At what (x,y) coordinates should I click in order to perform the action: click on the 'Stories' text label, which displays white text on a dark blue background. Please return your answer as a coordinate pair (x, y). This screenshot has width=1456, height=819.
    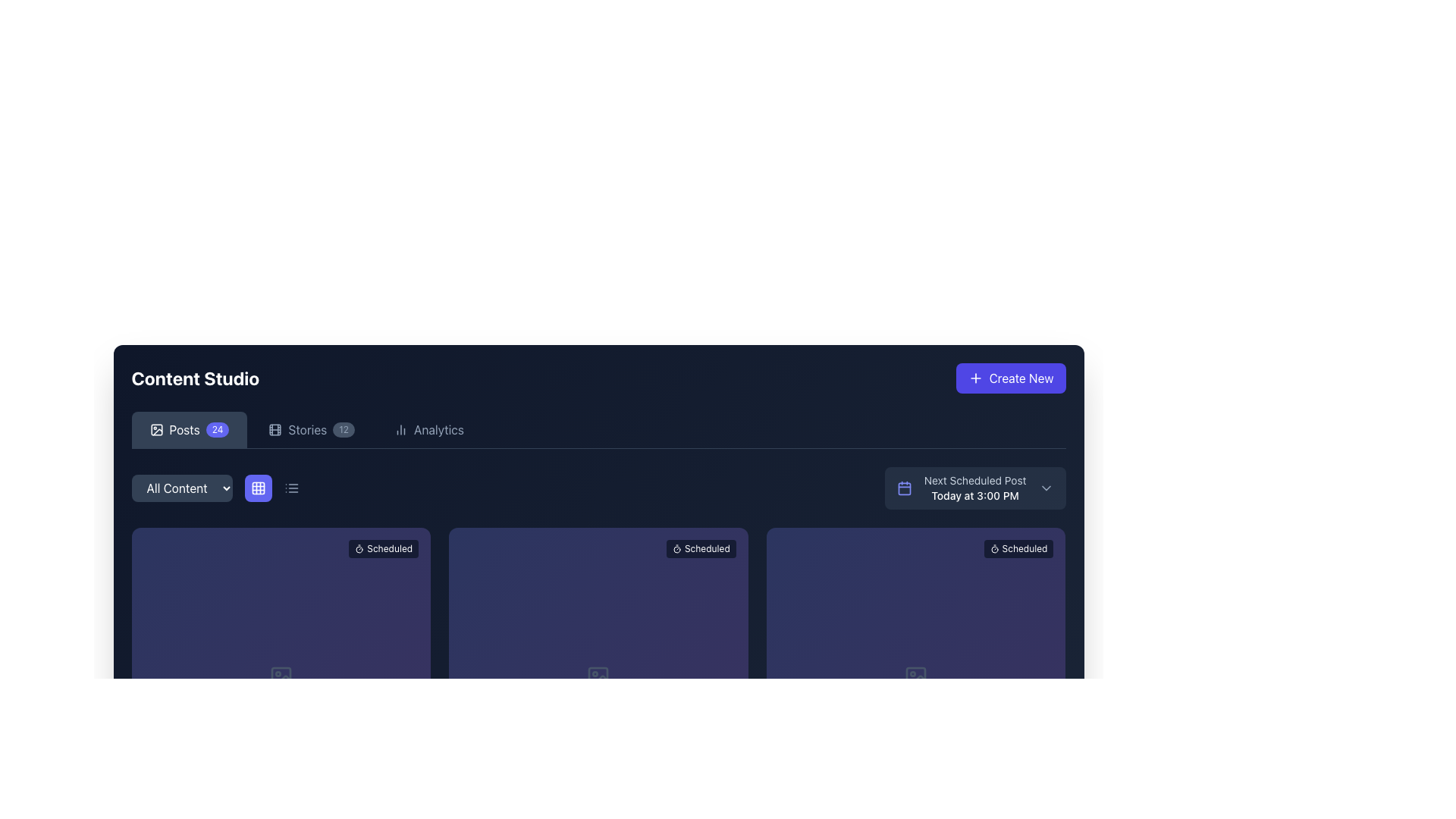
    Looking at the image, I should click on (306, 430).